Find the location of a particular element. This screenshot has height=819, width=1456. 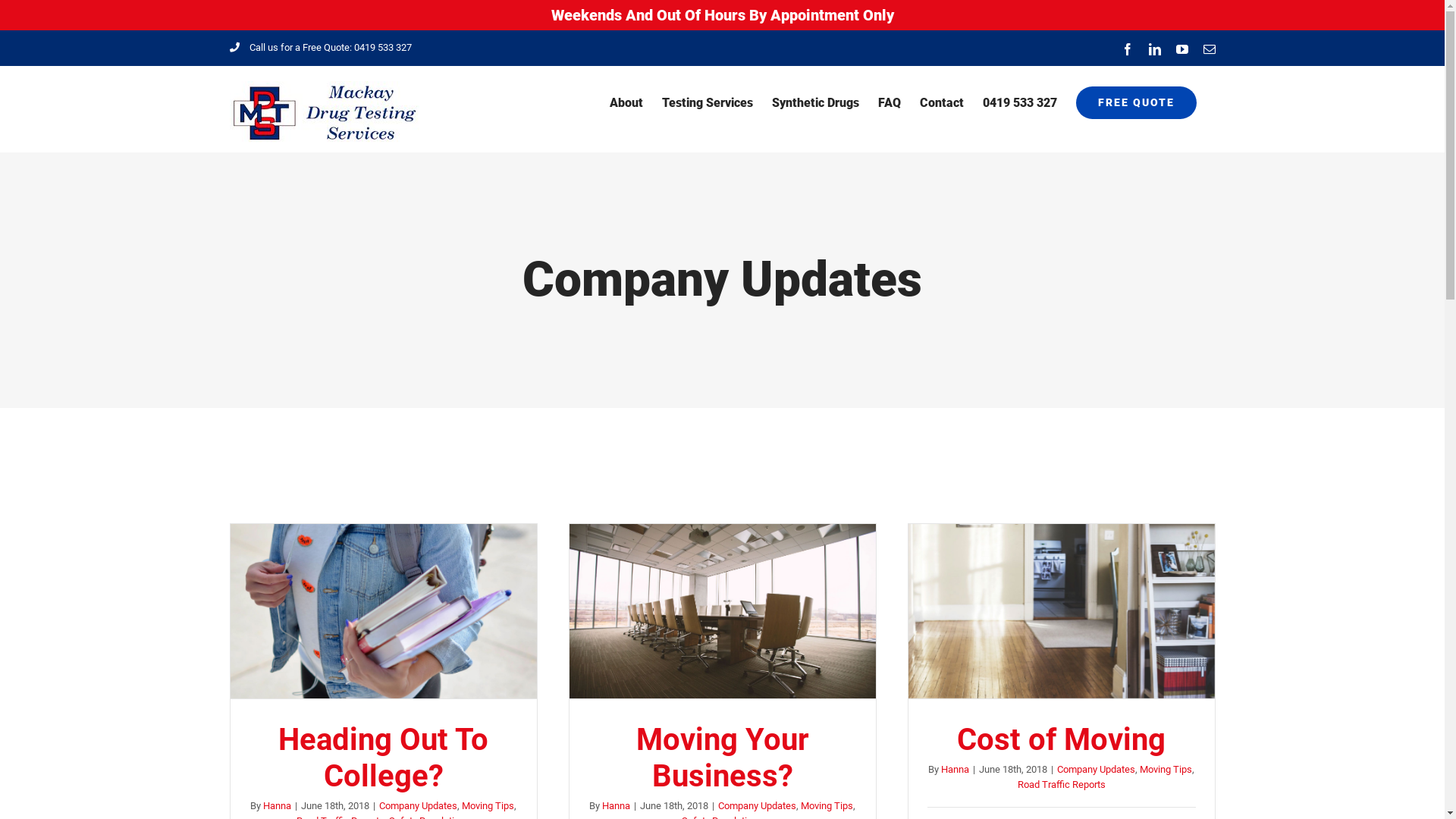

'Facebook' is located at coordinates (1127, 48).